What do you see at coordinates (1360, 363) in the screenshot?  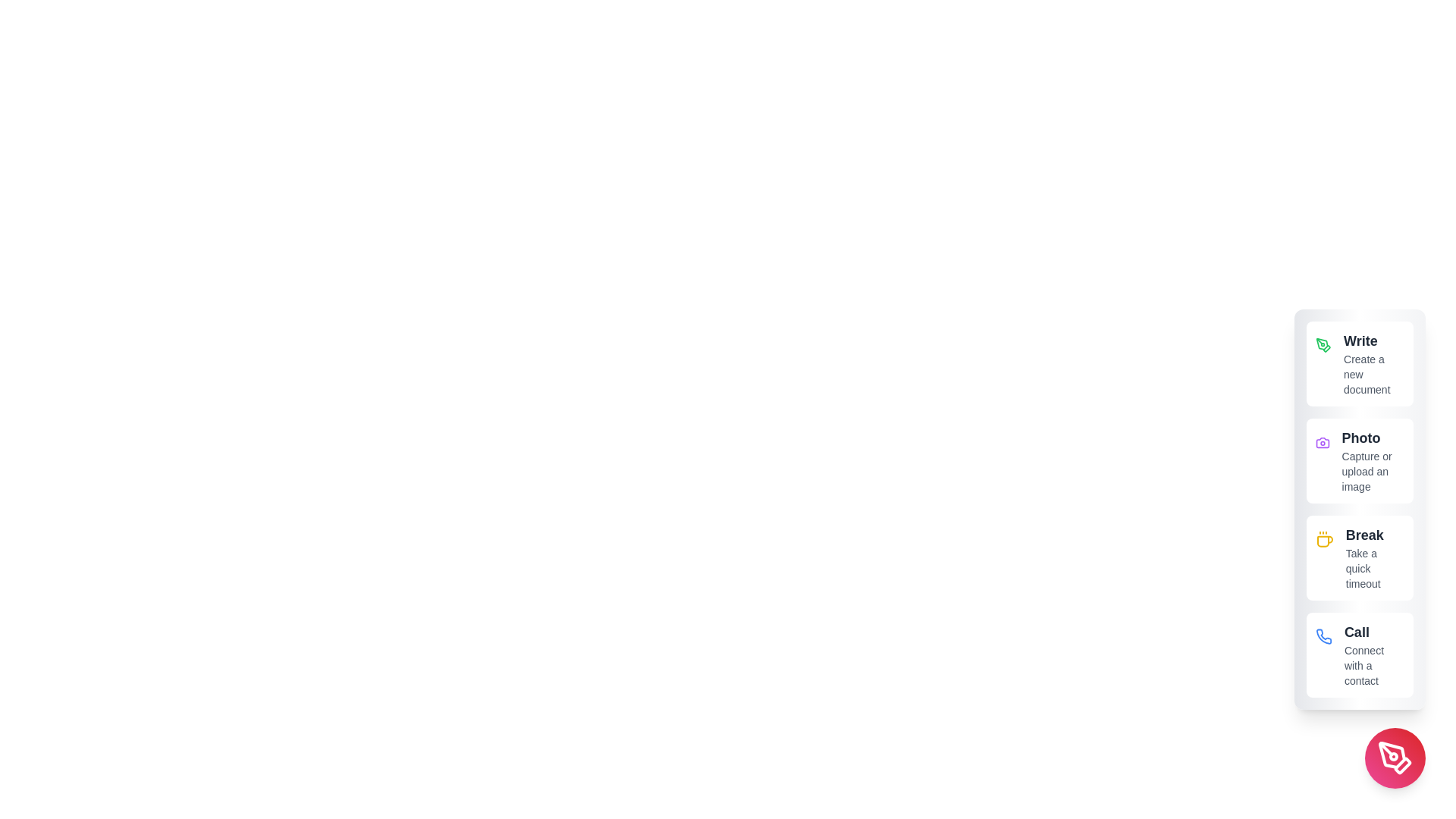 I see `the 'Write' option to create a new document` at bounding box center [1360, 363].